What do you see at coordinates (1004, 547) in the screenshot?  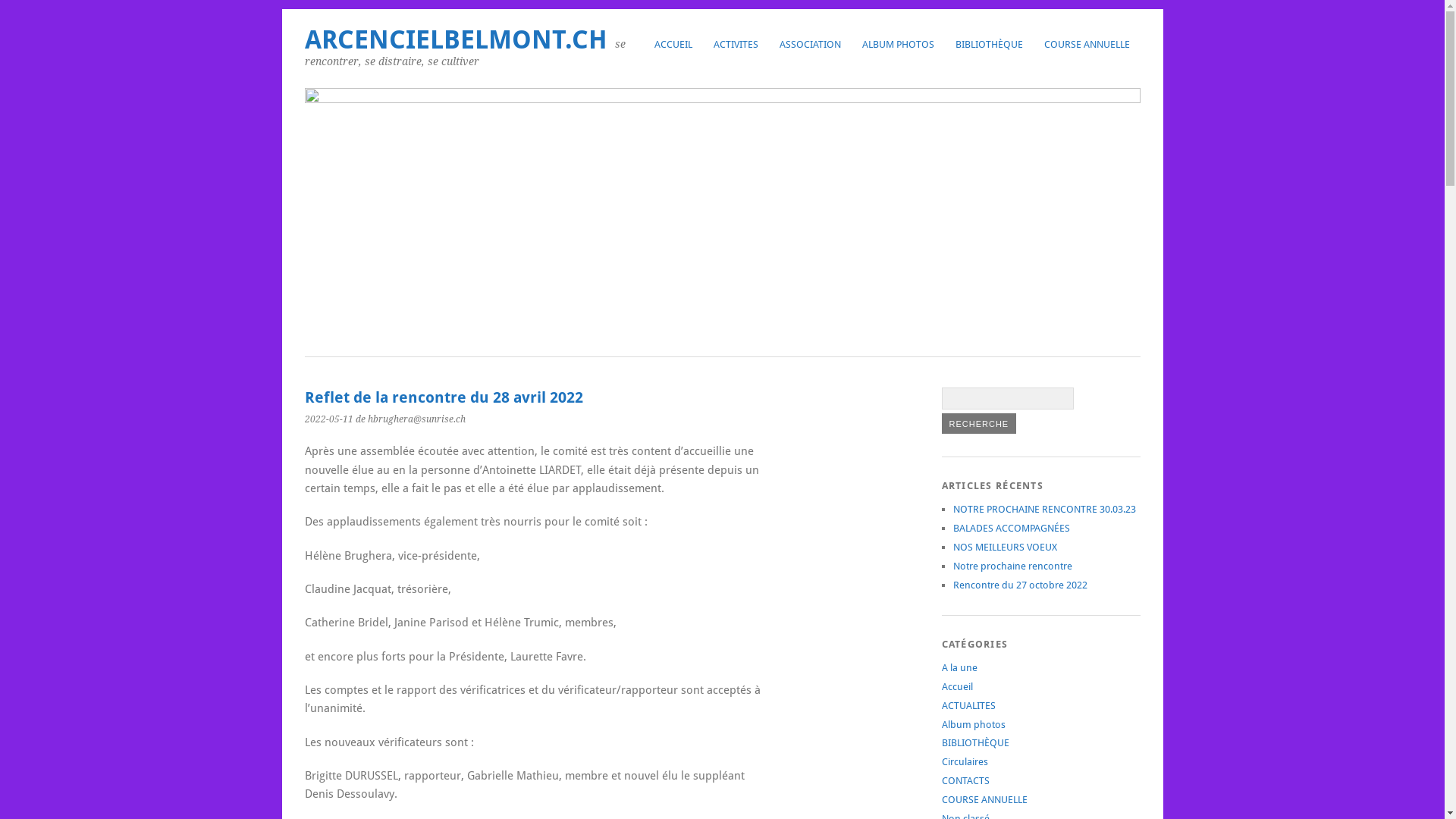 I see `'NOS MEILLEURS VOEUX'` at bounding box center [1004, 547].